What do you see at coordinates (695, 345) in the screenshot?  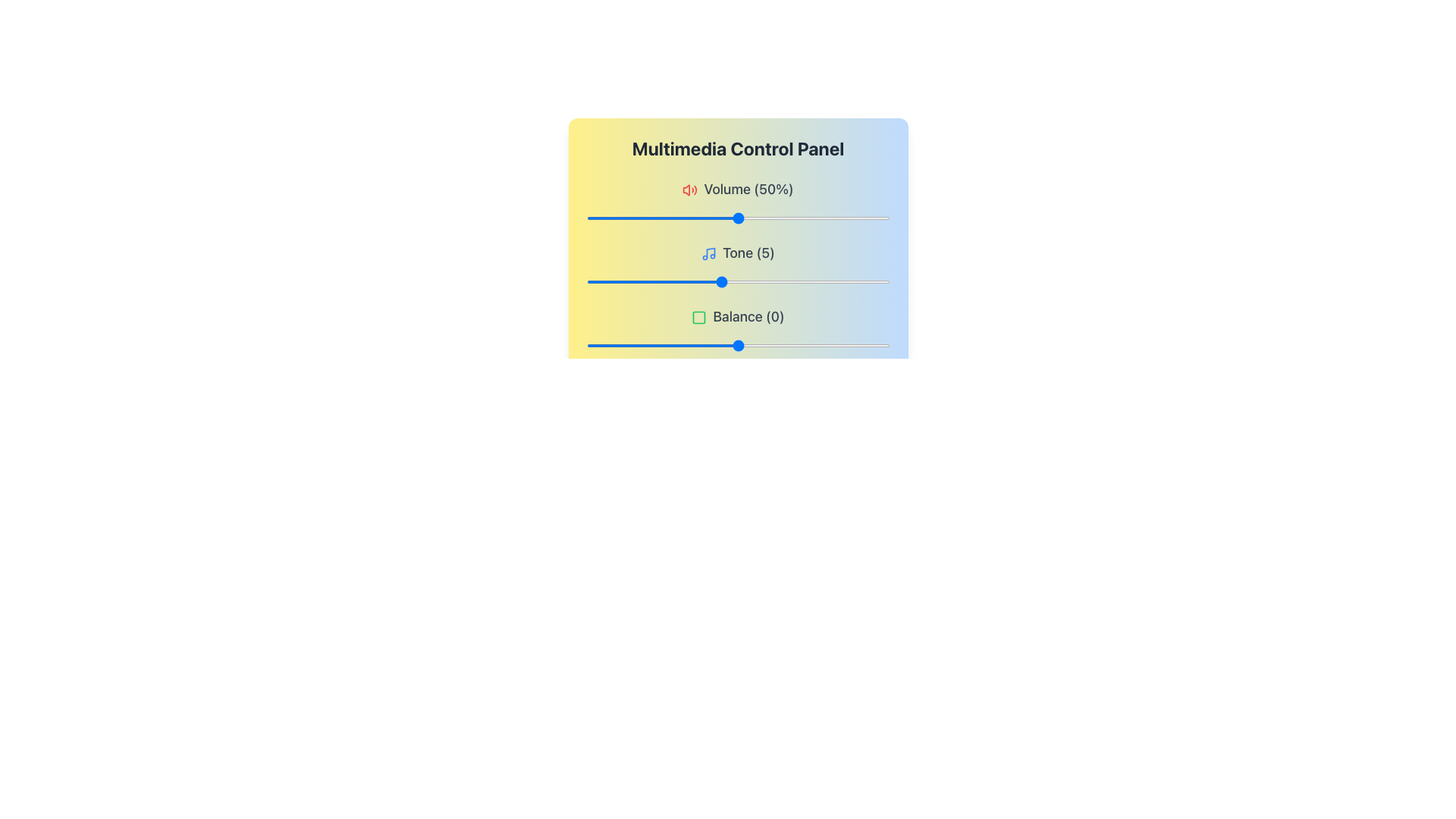 I see `the balance` at bounding box center [695, 345].